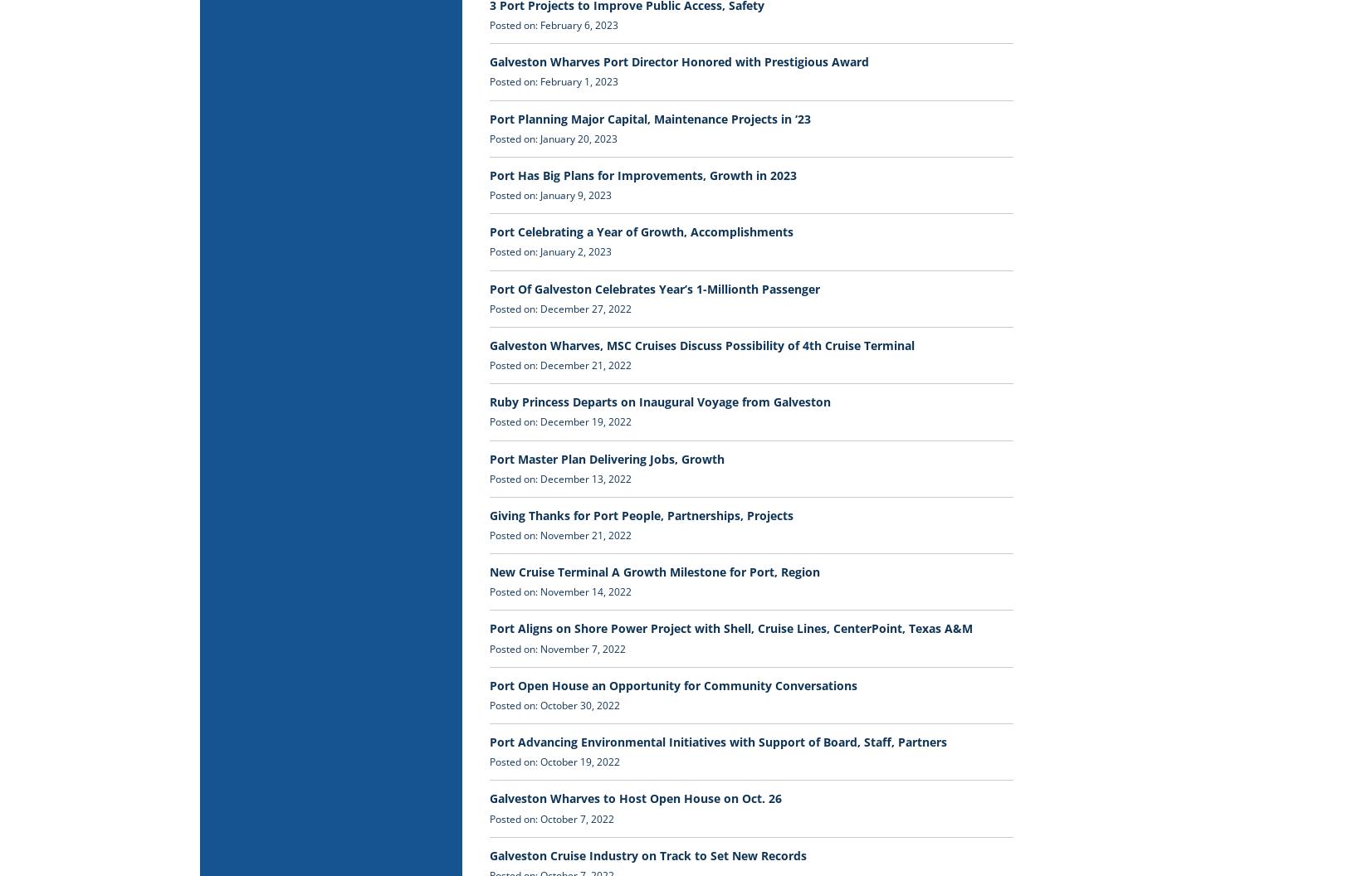 The image size is (1372, 876). What do you see at coordinates (552, 138) in the screenshot?
I see `'Posted on: January 20, 2023'` at bounding box center [552, 138].